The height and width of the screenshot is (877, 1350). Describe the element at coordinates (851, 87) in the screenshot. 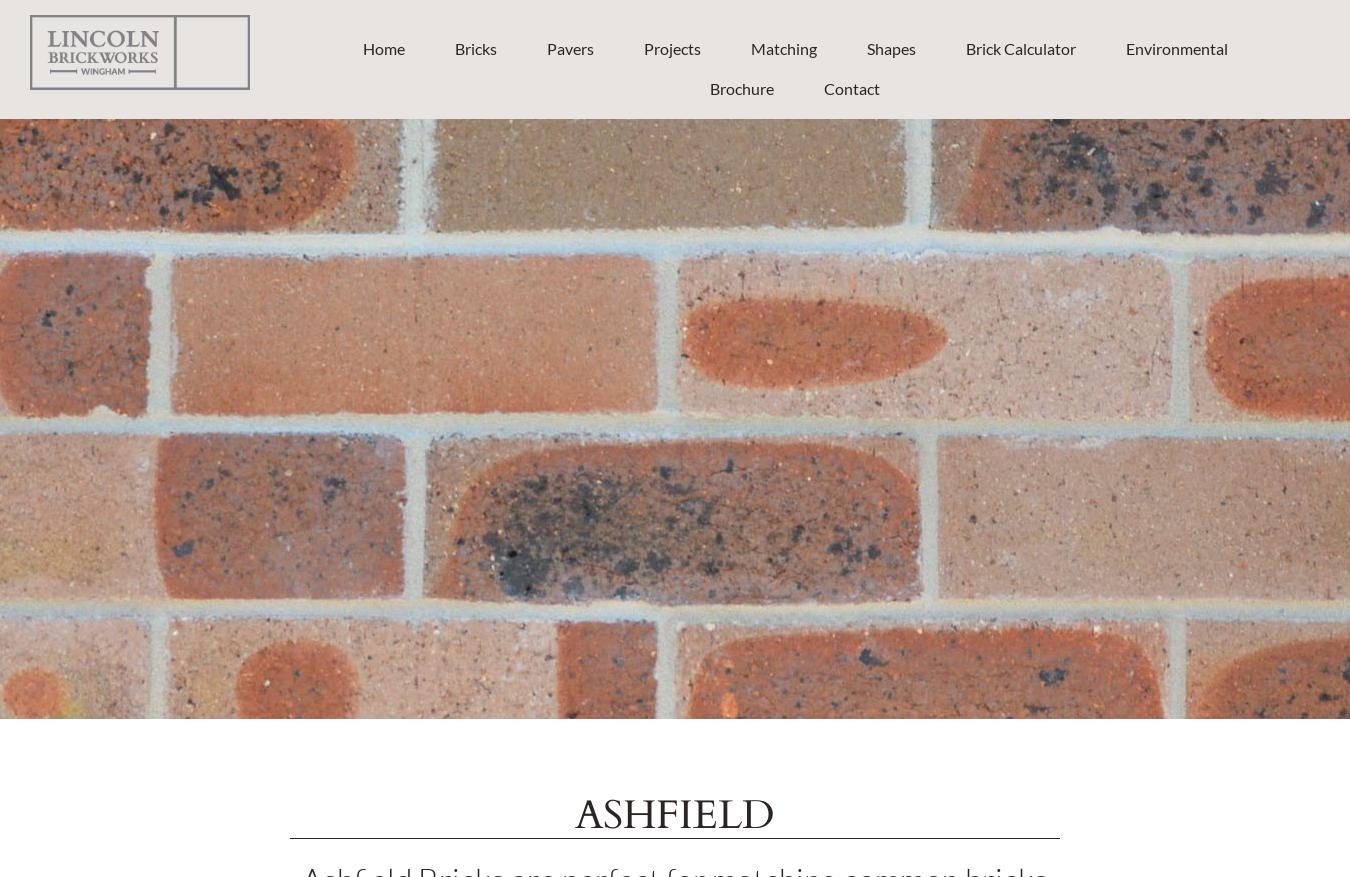

I see `'Contact'` at that location.